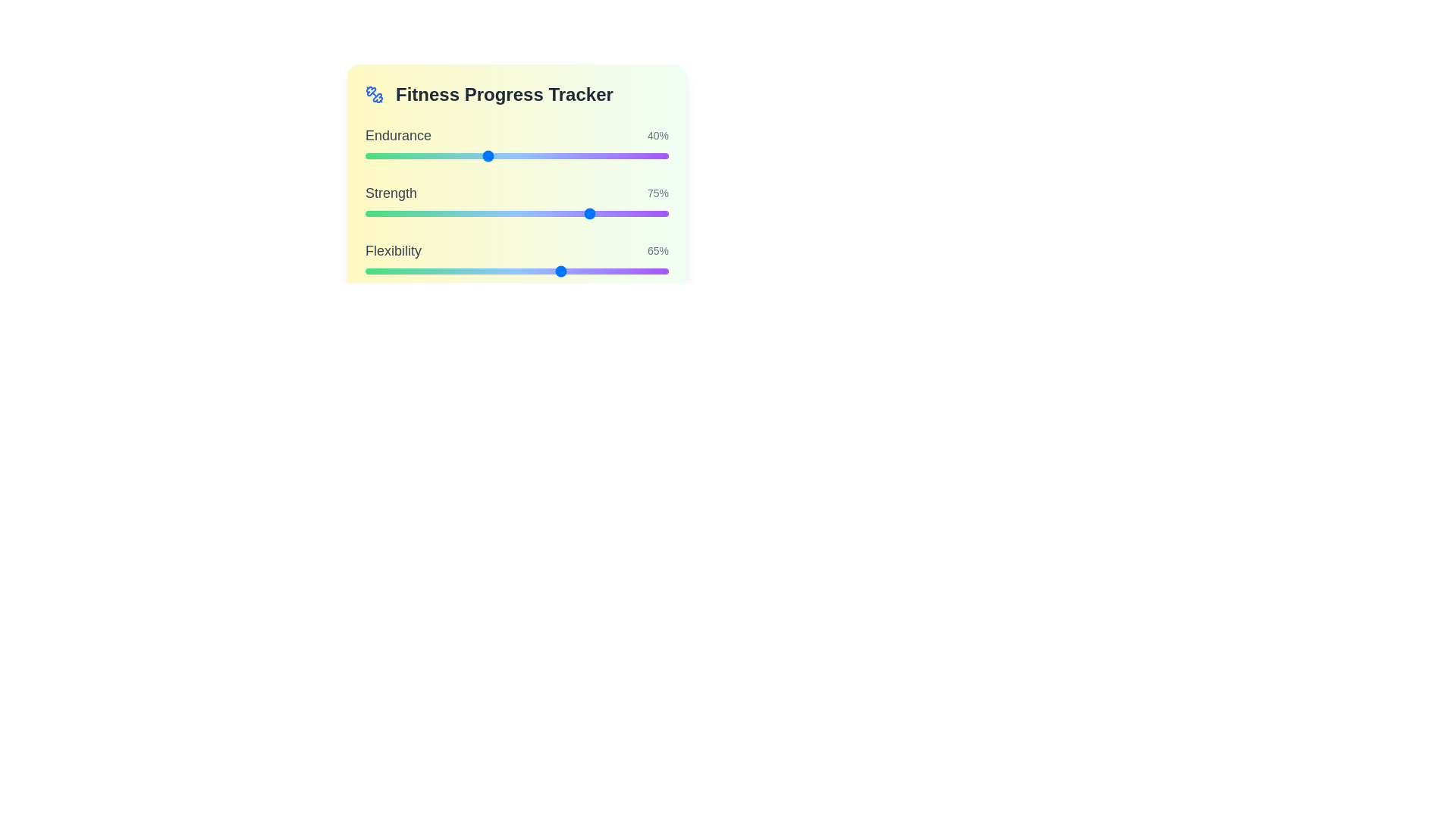  What do you see at coordinates (455, 213) in the screenshot?
I see `strength slider` at bounding box center [455, 213].